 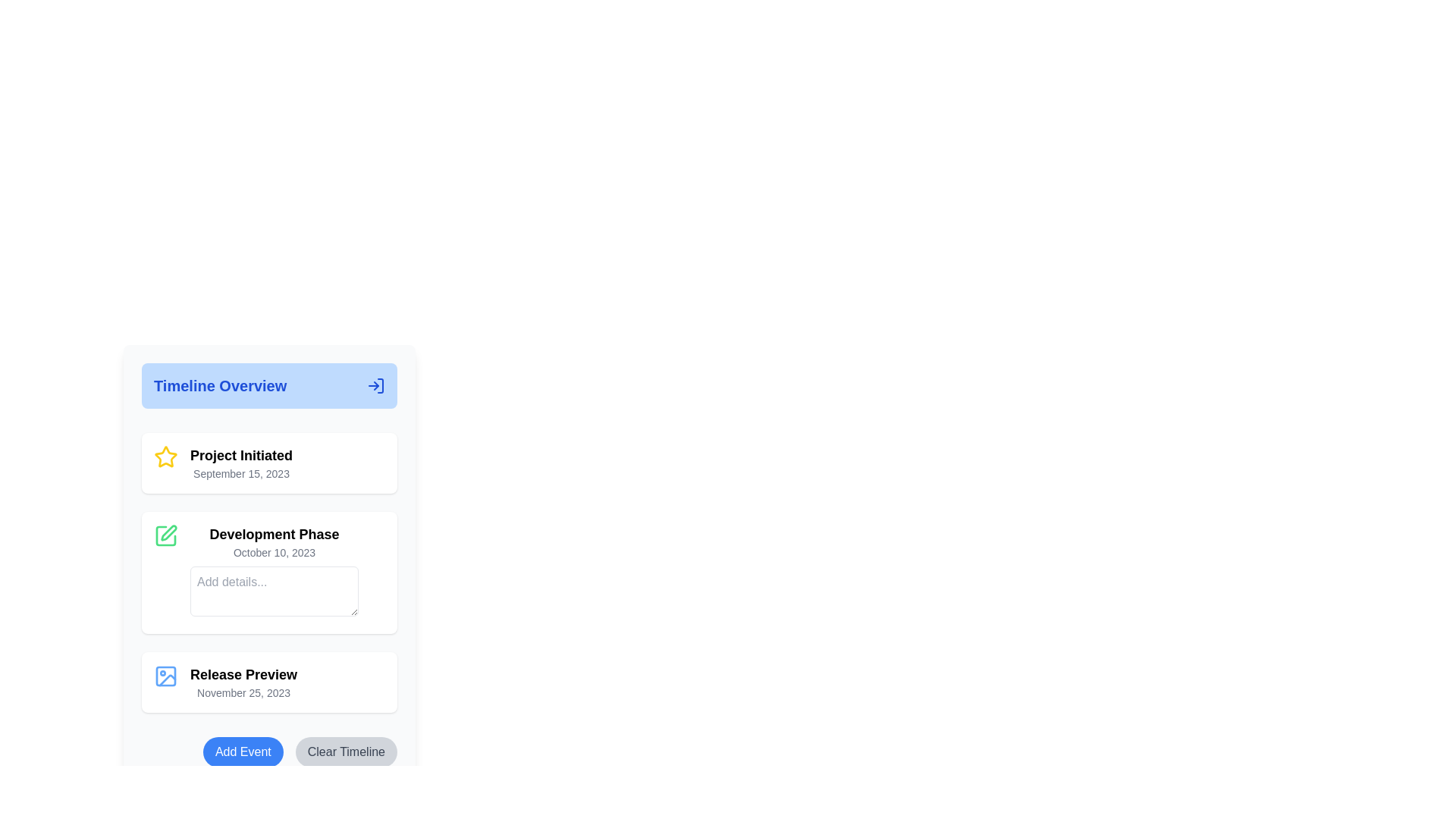 I want to click on the 'Project Initiated' state icon located to the left of the text 'Project Initiated' and its associated date in the timeline, so click(x=166, y=456).